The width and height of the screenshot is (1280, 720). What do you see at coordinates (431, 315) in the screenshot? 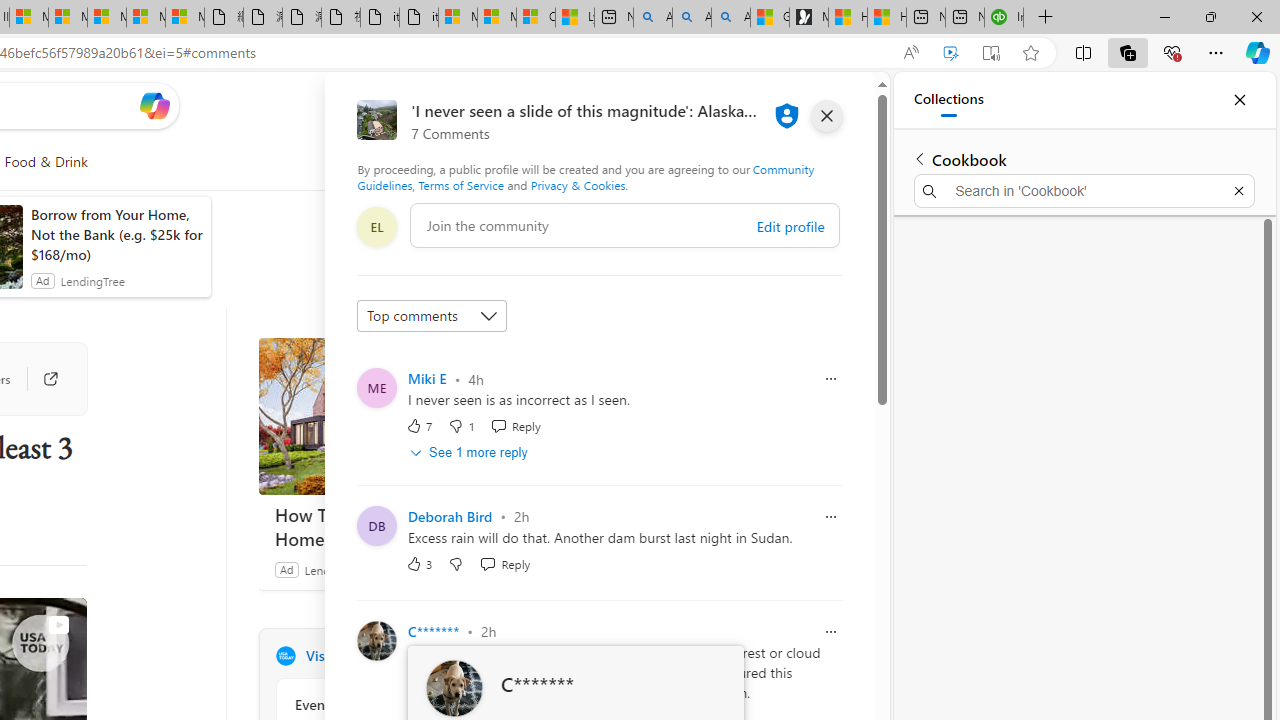
I see `'Sort comments by'` at bounding box center [431, 315].